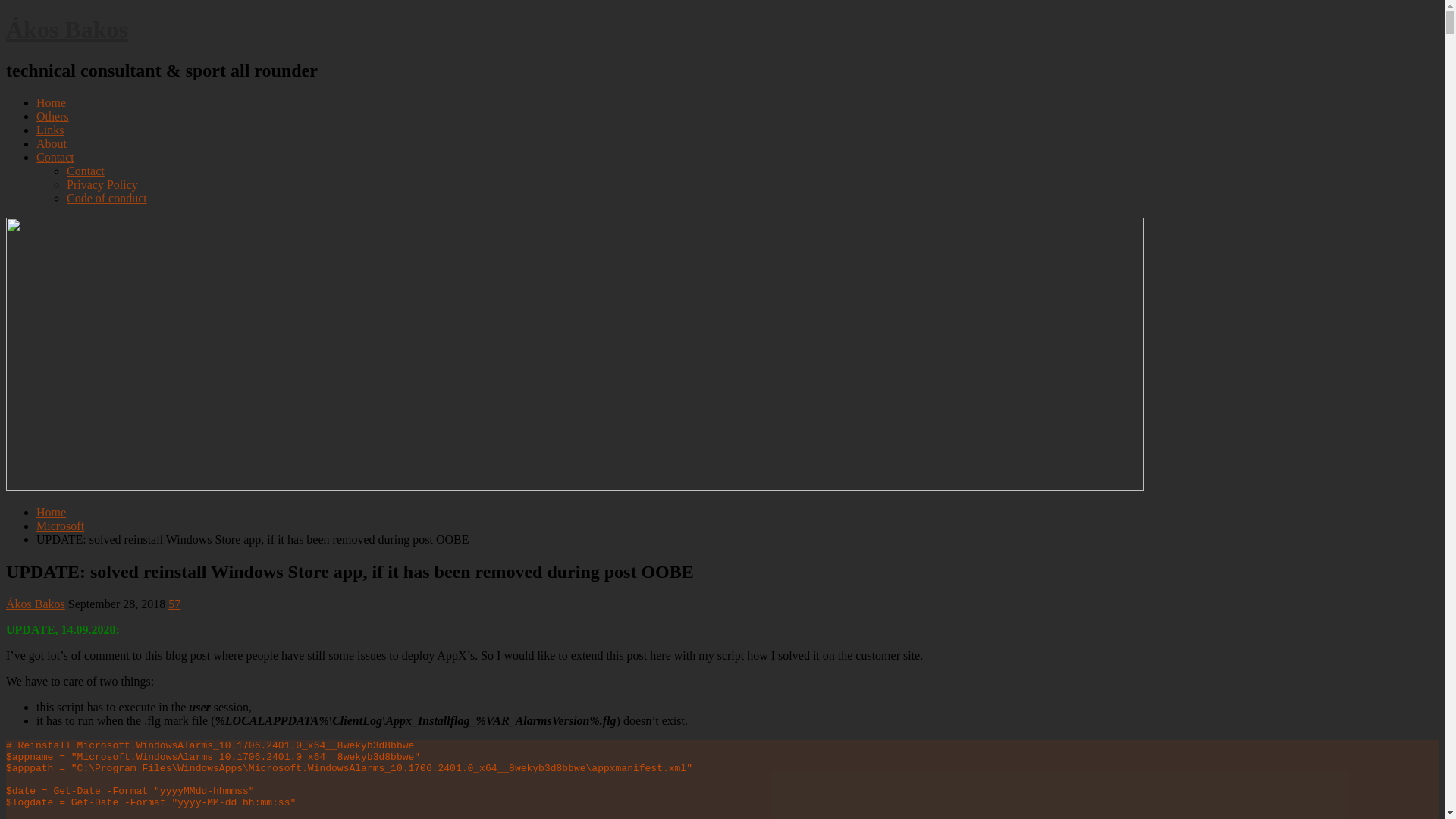 Image resolution: width=1456 pixels, height=819 pixels. Describe the element at coordinates (52, 115) in the screenshot. I see `'Others'` at that location.